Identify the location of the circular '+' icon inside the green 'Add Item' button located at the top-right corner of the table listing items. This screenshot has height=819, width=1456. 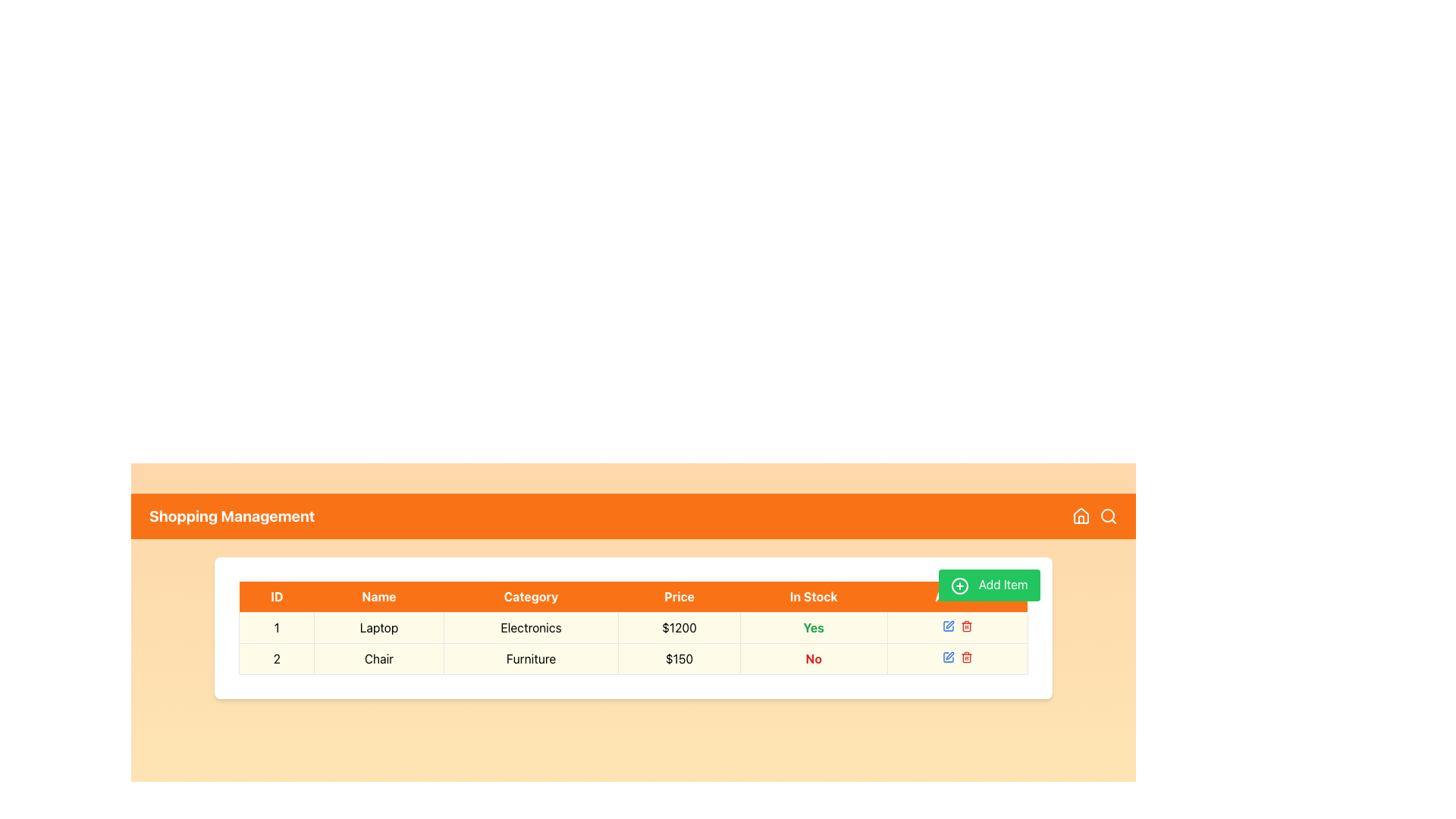
(959, 585).